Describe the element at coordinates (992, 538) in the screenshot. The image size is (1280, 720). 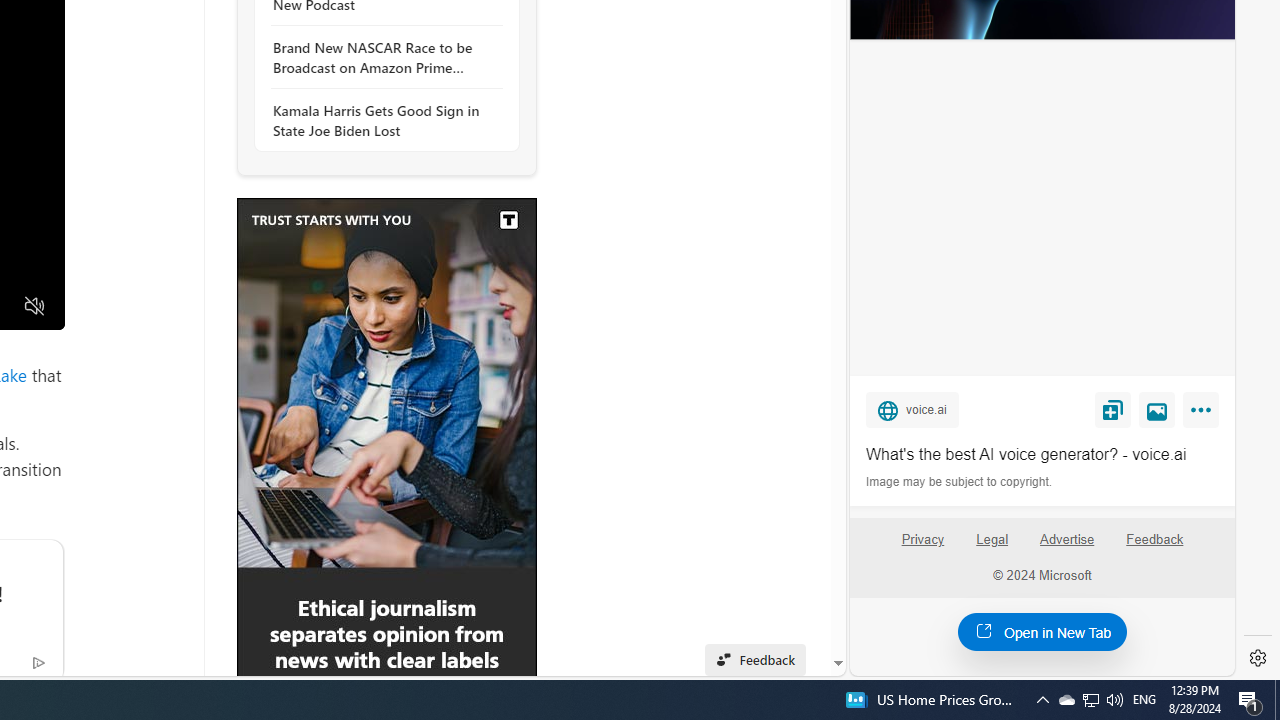
I see `'Legal'` at that location.